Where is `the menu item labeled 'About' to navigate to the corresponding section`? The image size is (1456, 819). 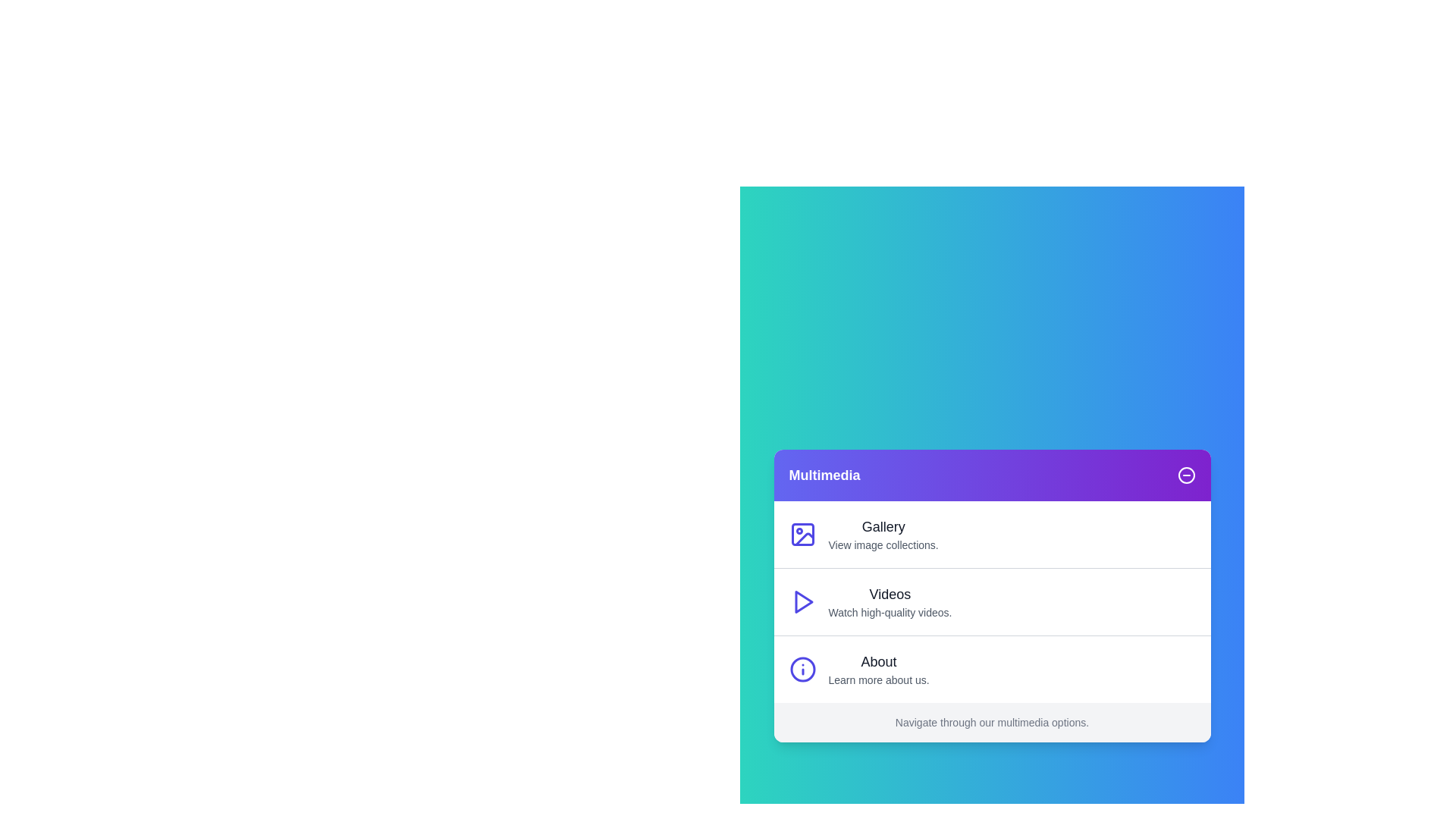 the menu item labeled 'About' to navigate to the corresponding section is located at coordinates (992, 668).